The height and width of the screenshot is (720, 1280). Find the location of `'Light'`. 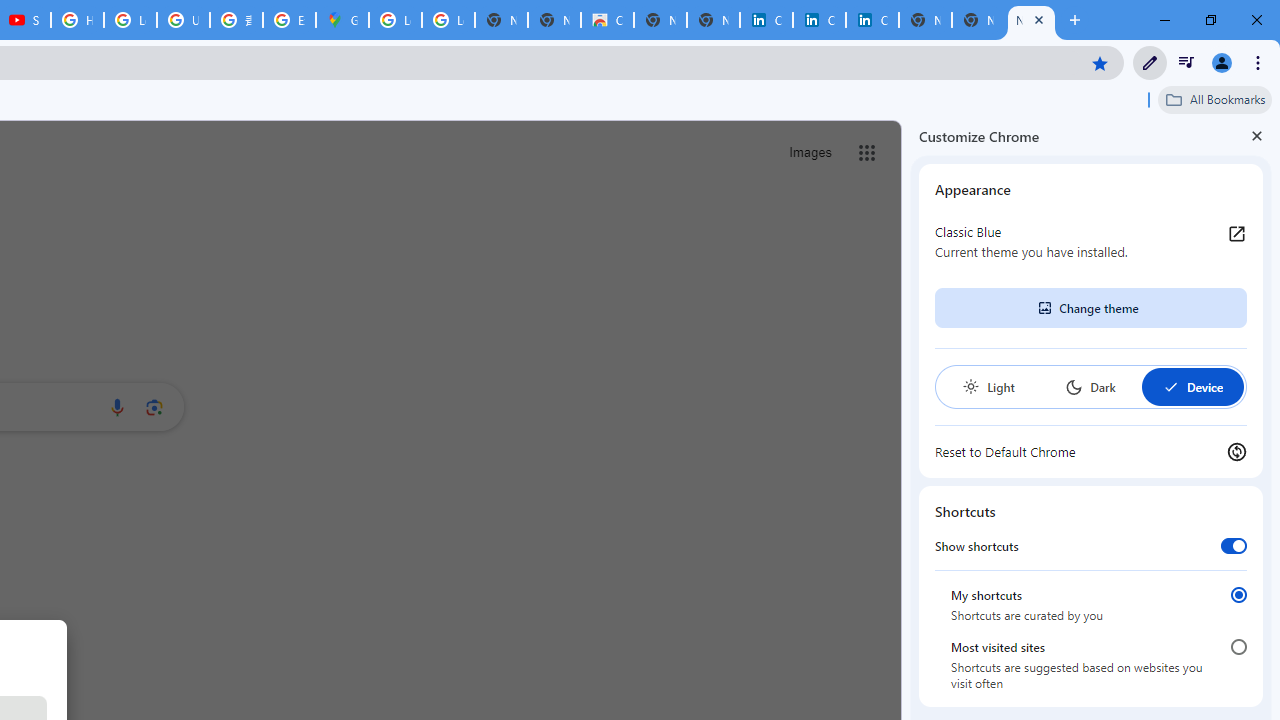

'Light' is located at coordinates (988, 387).